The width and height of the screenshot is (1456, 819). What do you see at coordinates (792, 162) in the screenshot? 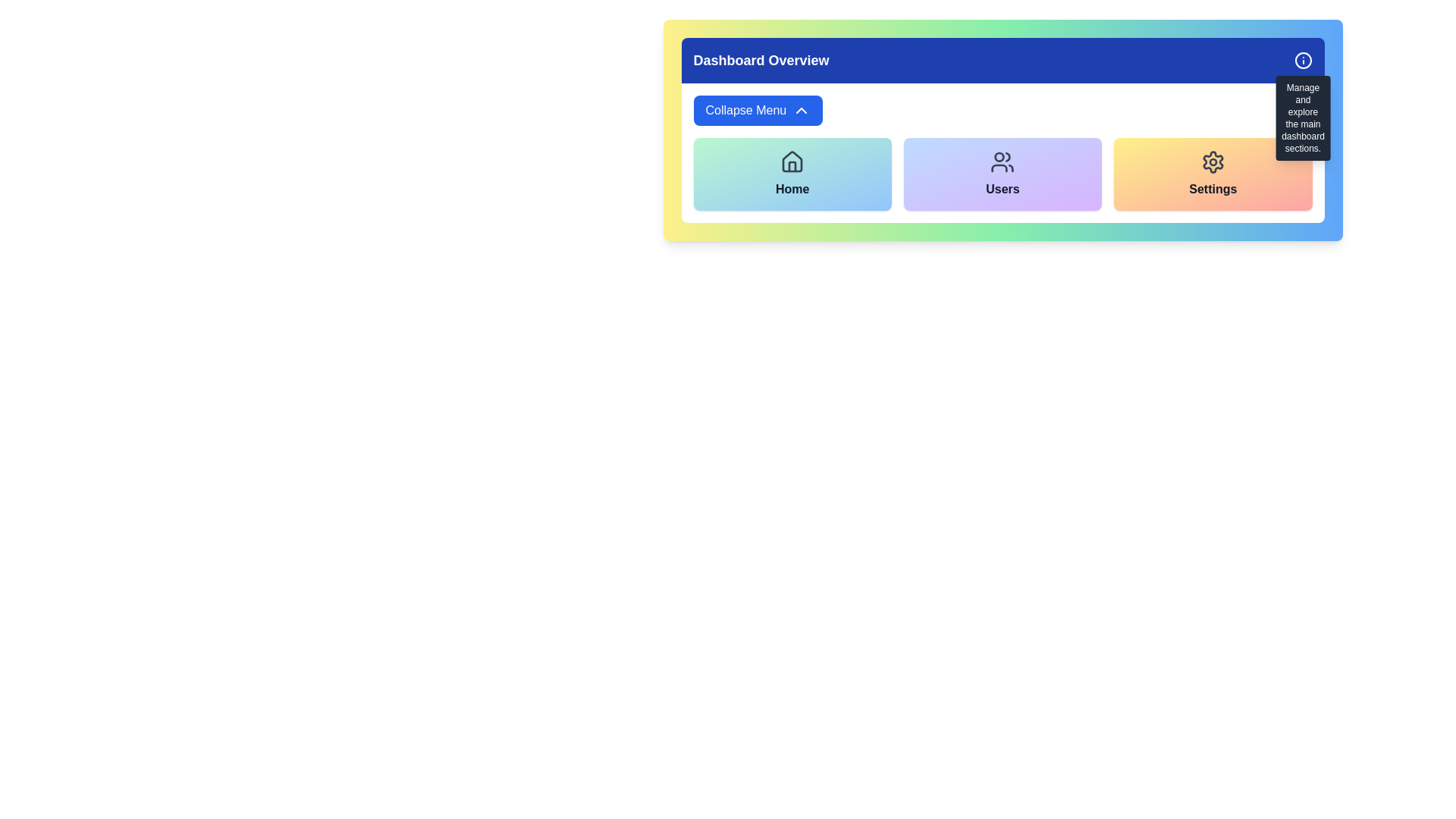
I see `the house-shaped icon located in the Home button area` at bounding box center [792, 162].